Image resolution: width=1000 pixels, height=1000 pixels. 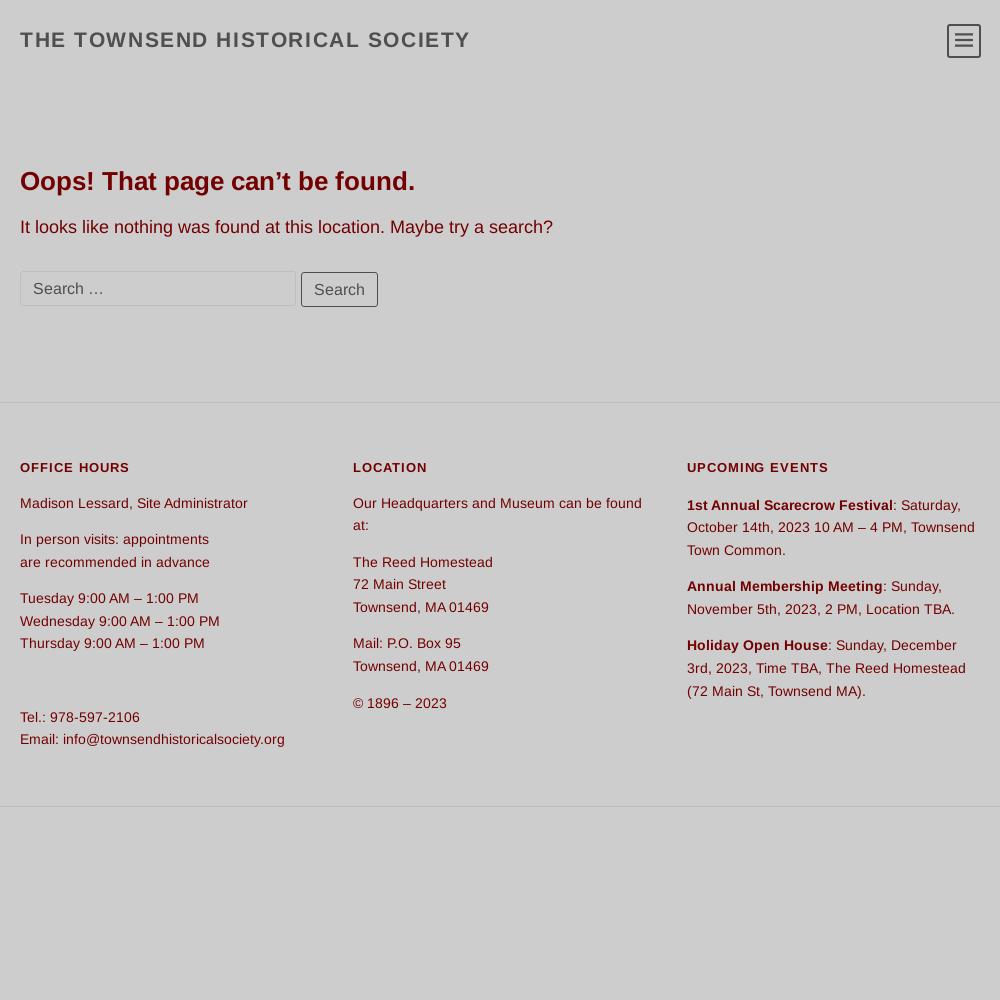 What do you see at coordinates (73, 465) in the screenshot?
I see `'Office Hours'` at bounding box center [73, 465].